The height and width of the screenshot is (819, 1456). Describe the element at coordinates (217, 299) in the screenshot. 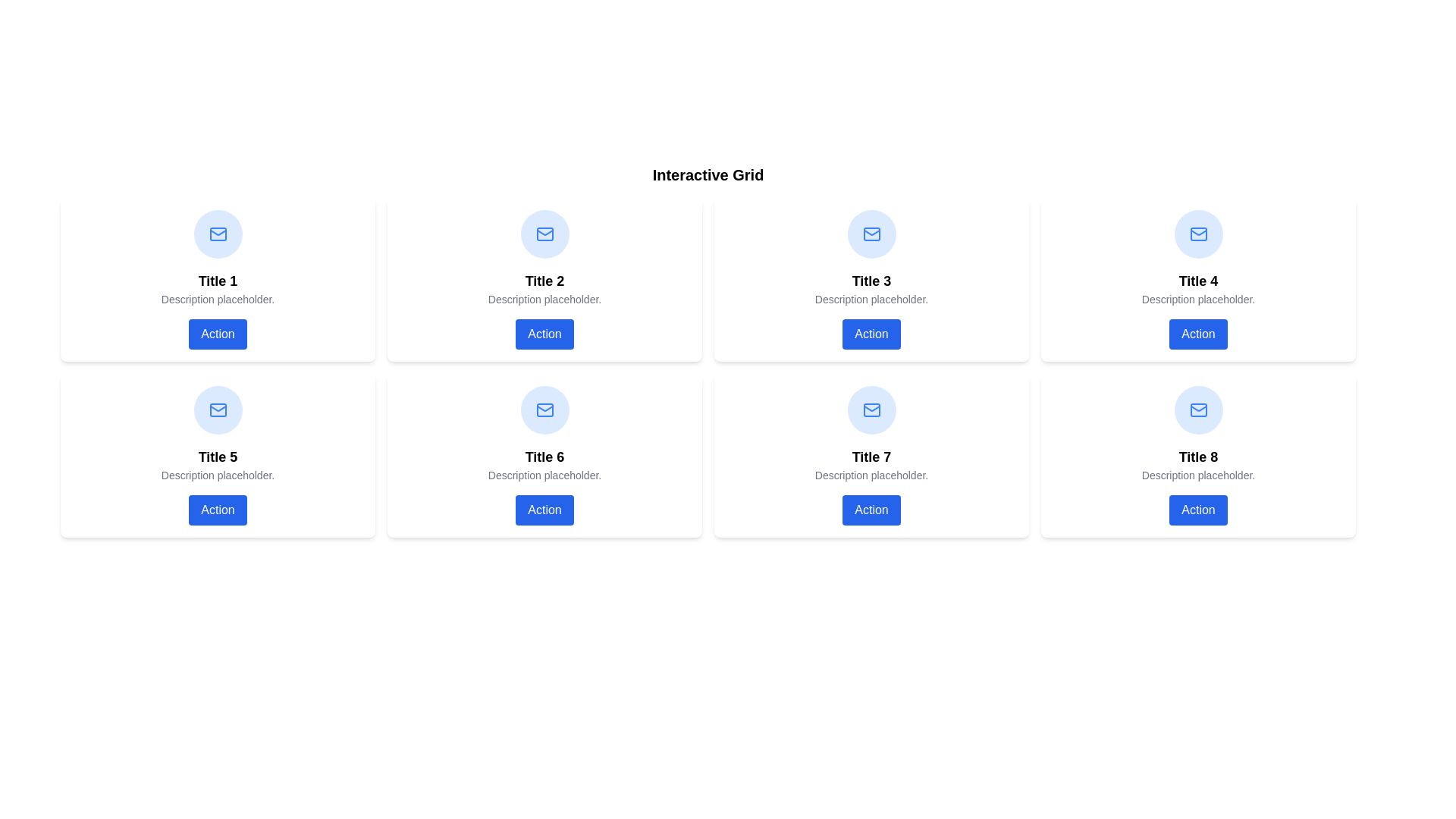

I see `the static text element reading 'Description placeholder.' which is positioned centrally within the top-left card beneath 'Title 1' and above the 'Action' button` at that location.